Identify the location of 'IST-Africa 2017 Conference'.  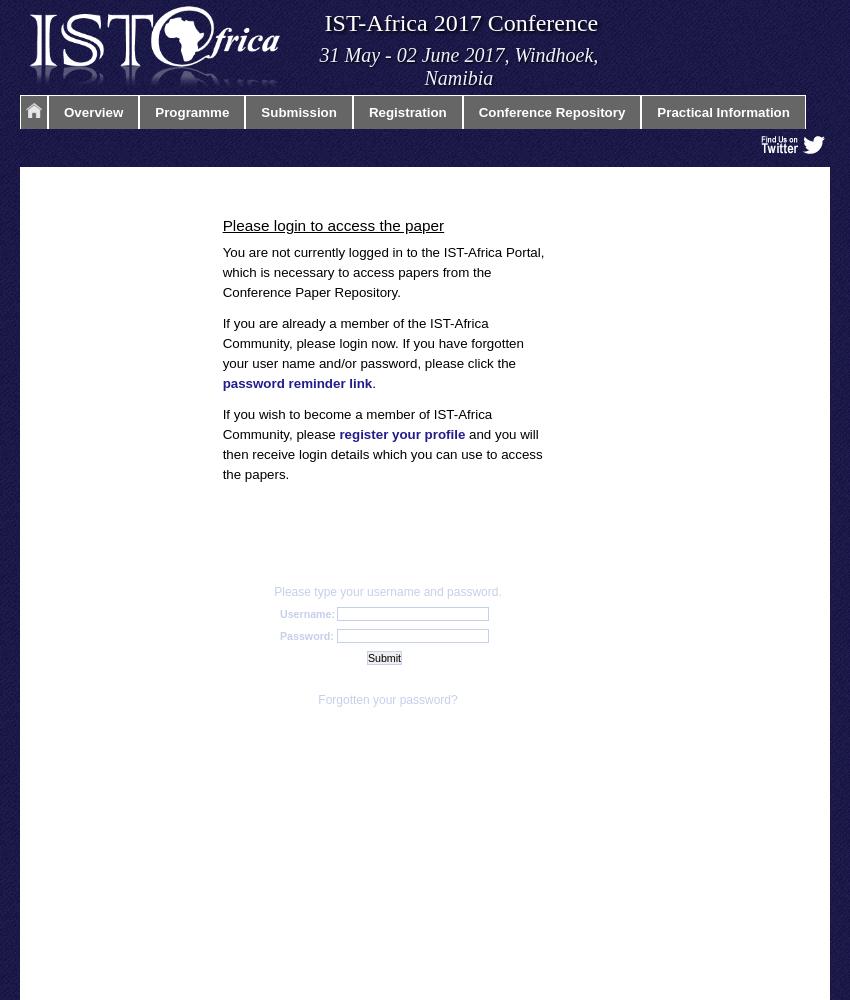
(460, 23).